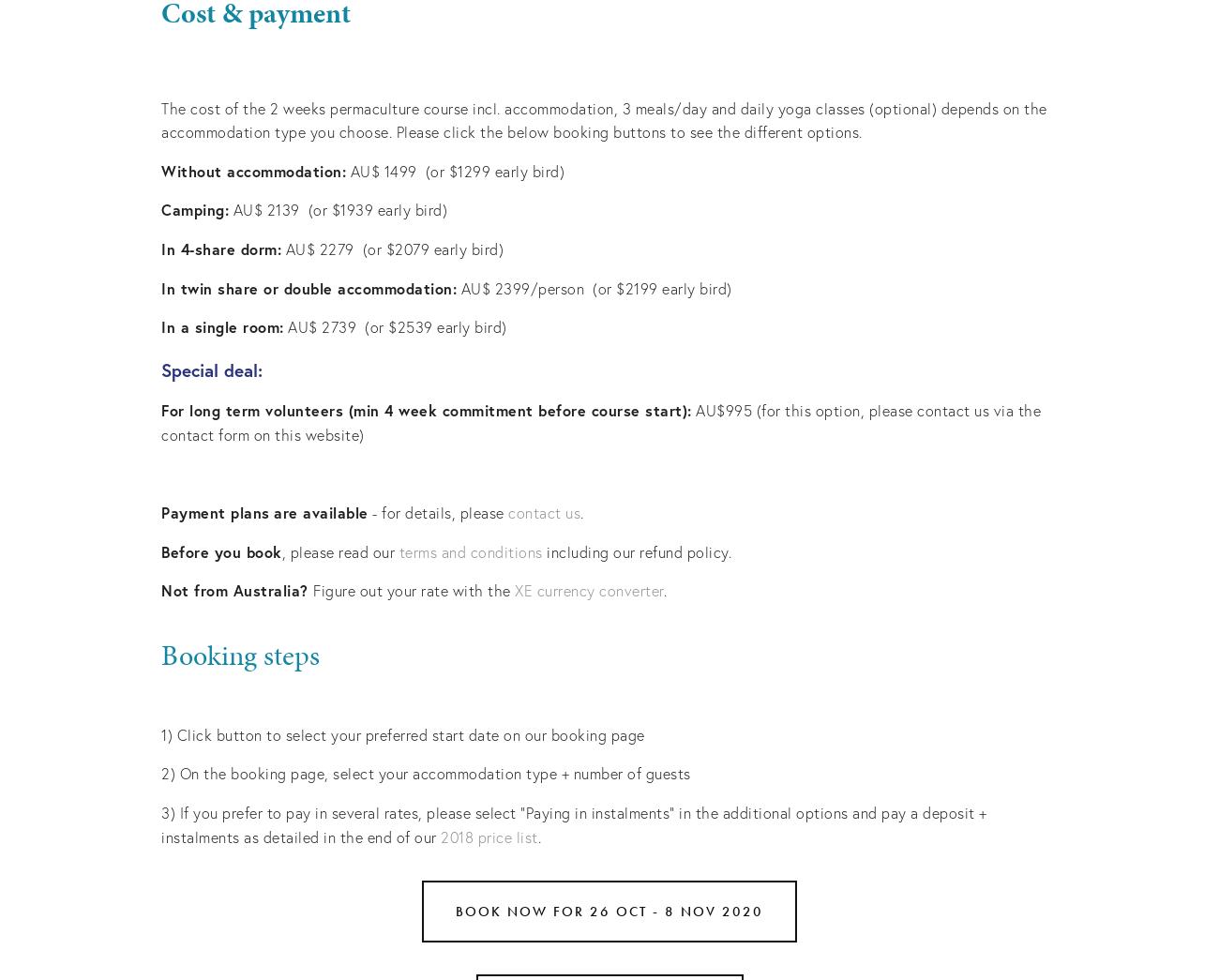  I want to click on 'Without accommodation:', so click(252, 170).